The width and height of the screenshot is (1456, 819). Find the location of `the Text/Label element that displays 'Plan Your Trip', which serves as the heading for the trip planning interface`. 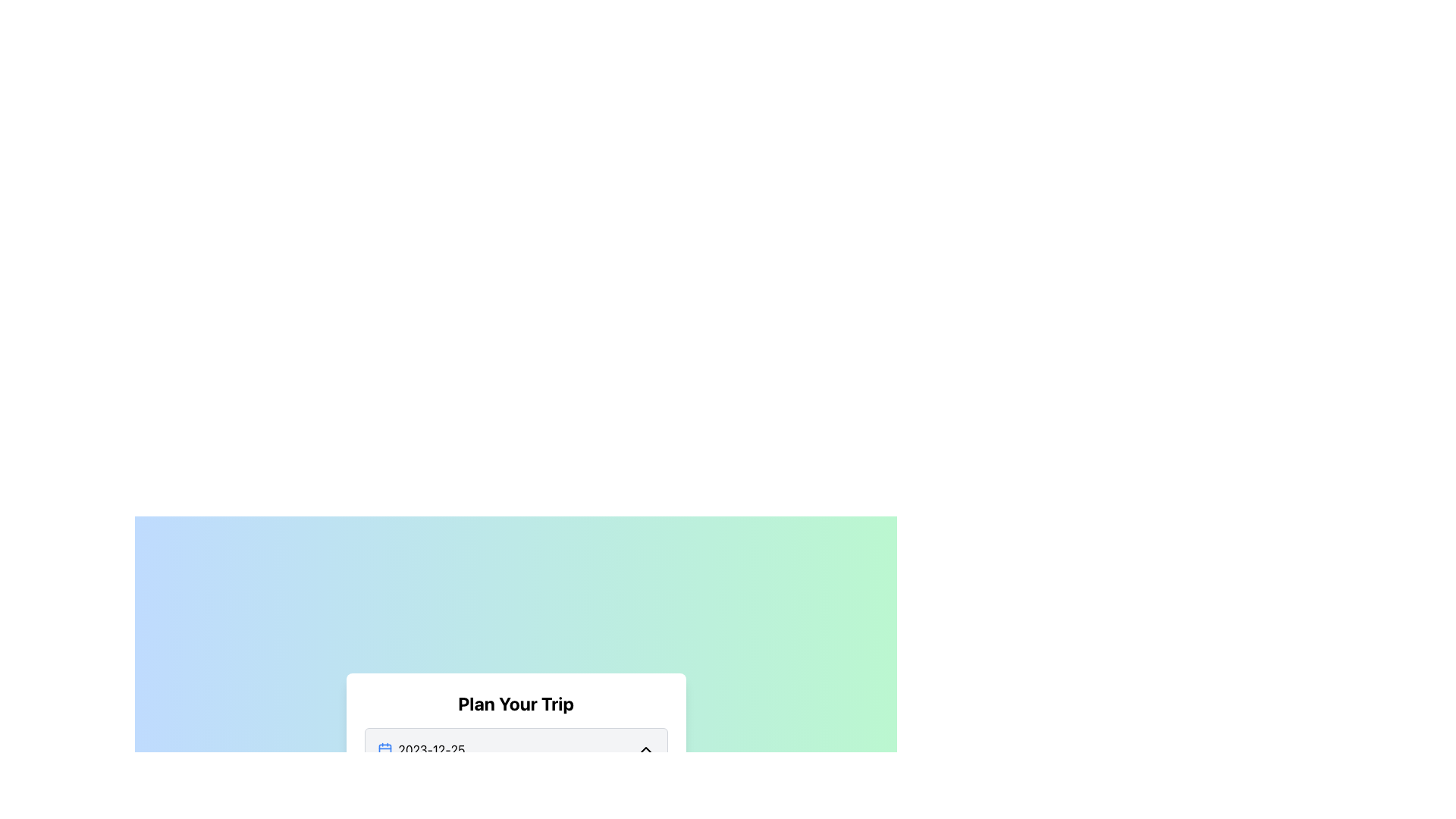

the Text/Label element that displays 'Plan Your Trip', which serves as the heading for the trip planning interface is located at coordinates (516, 704).